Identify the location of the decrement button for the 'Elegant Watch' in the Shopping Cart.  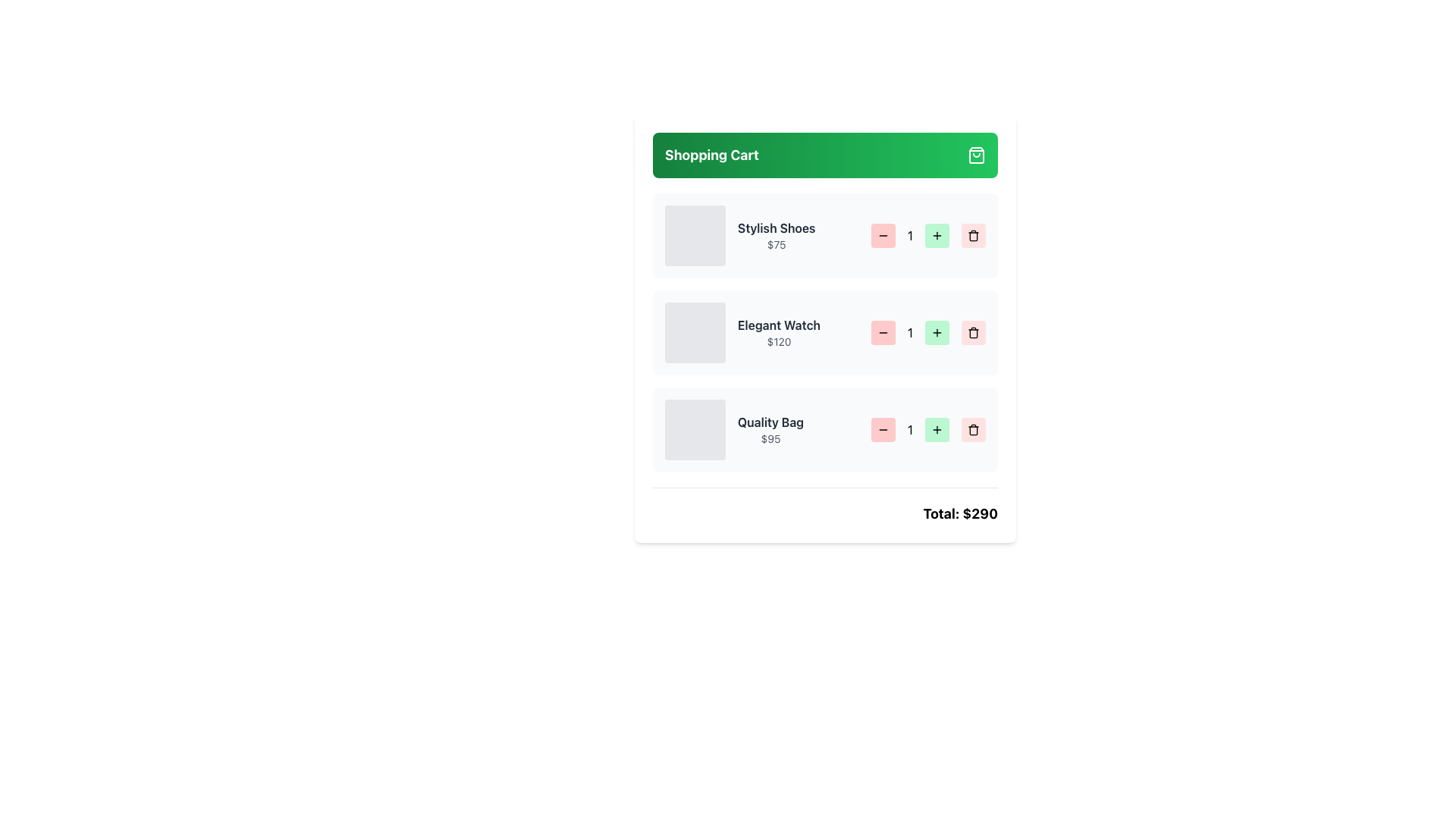
(883, 332).